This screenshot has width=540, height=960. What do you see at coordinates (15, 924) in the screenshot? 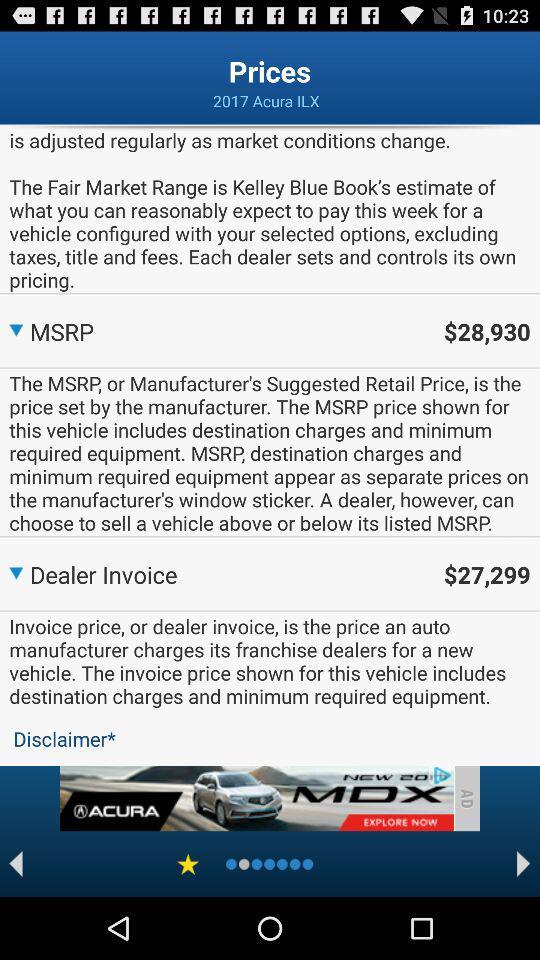
I see `the arrow_backward icon` at bounding box center [15, 924].